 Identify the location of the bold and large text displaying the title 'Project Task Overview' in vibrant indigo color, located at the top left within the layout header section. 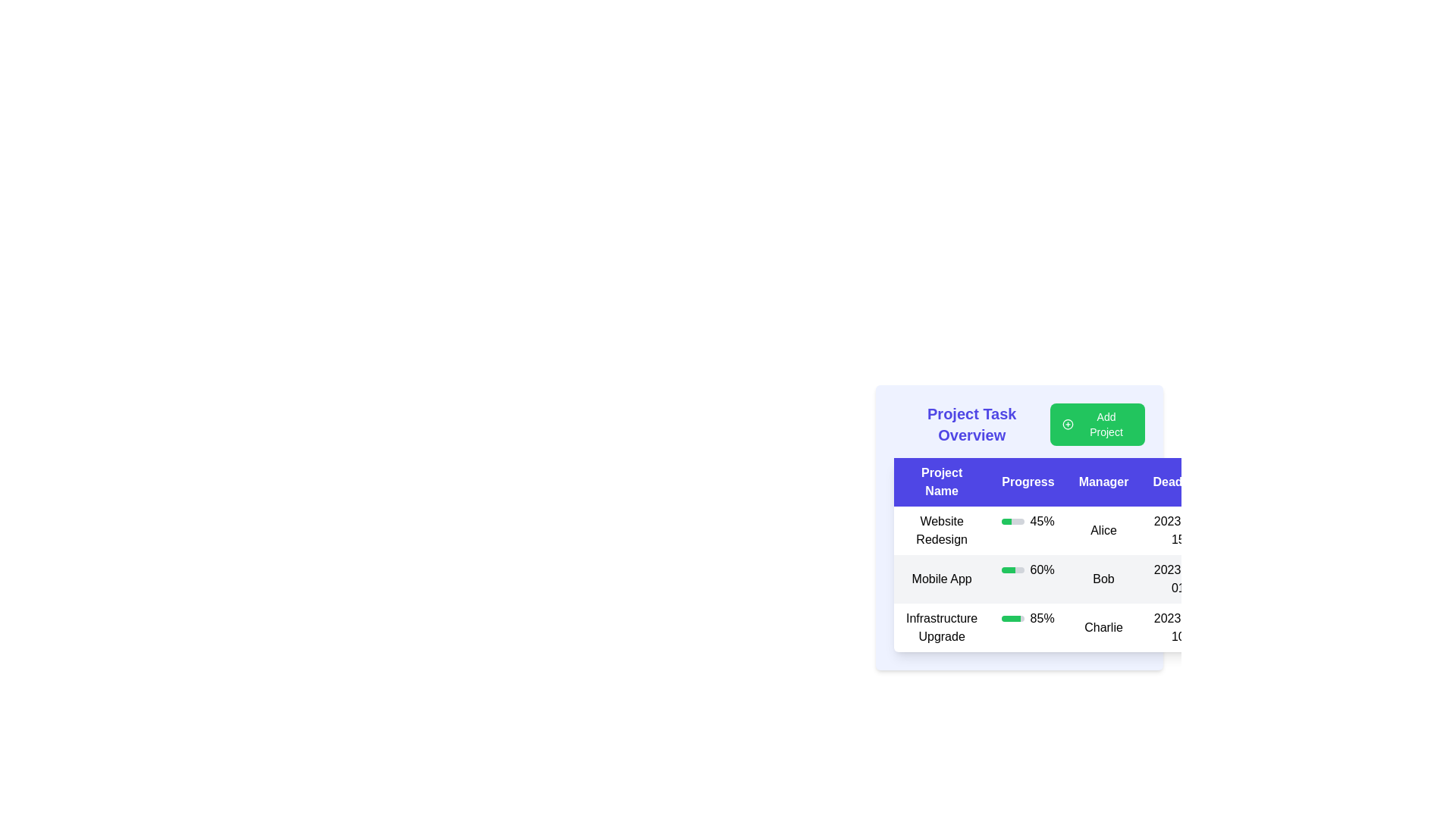
(971, 424).